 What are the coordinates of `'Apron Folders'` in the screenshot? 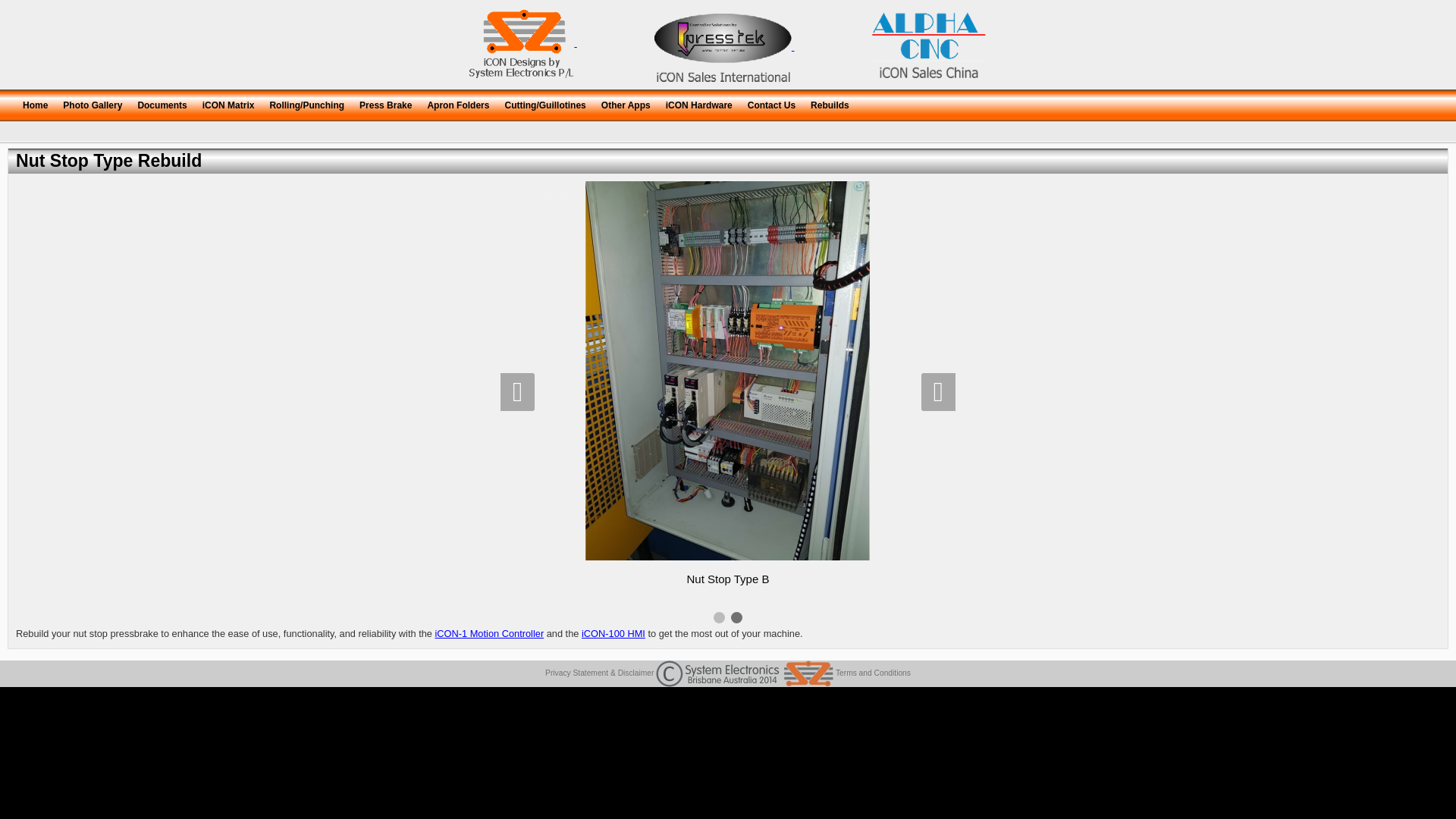 It's located at (457, 102).